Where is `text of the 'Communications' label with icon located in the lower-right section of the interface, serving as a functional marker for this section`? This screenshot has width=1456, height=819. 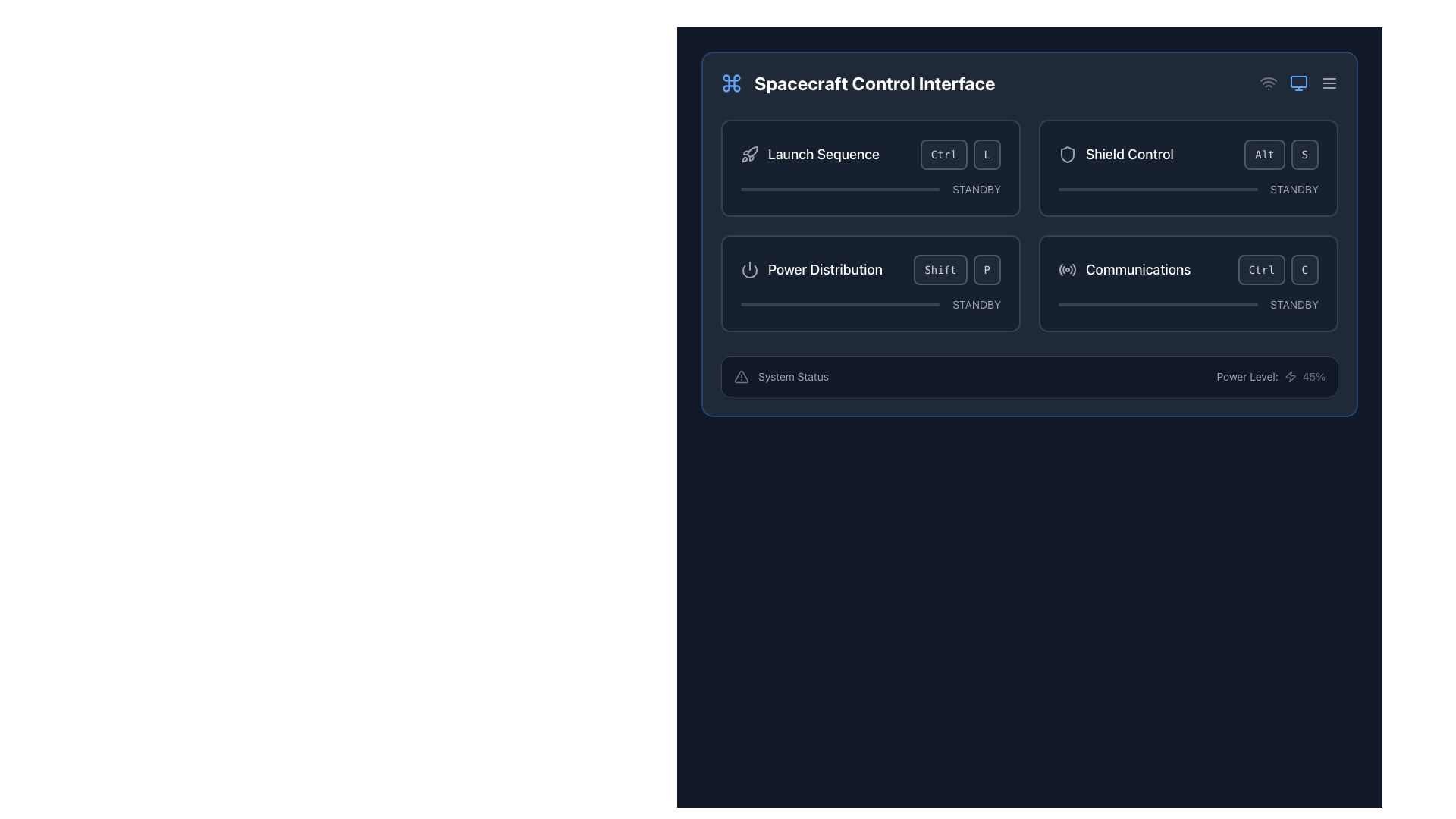 text of the 'Communications' label with icon located in the lower-right section of the interface, serving as a functional marker for this section is located at coordinates (1125, 268).